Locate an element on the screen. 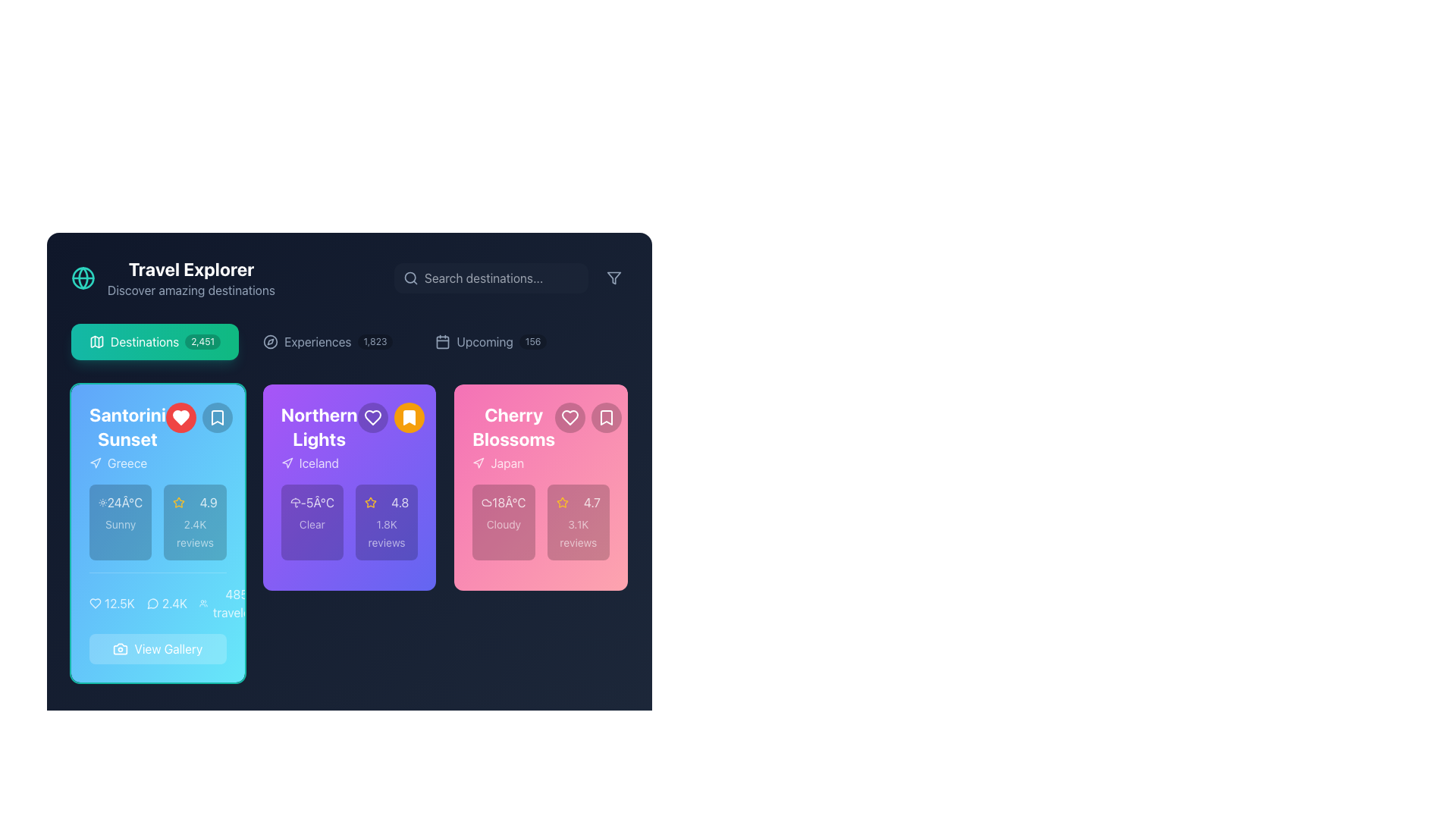 The image size is (1456, 819). the bookmark icon located at the top-right corner of the 'Northern Lights' card, which features a white rectangular shape with a pointed bottom on an orange circular background, to bookmark the associated content is located at coordinates (409, 418).